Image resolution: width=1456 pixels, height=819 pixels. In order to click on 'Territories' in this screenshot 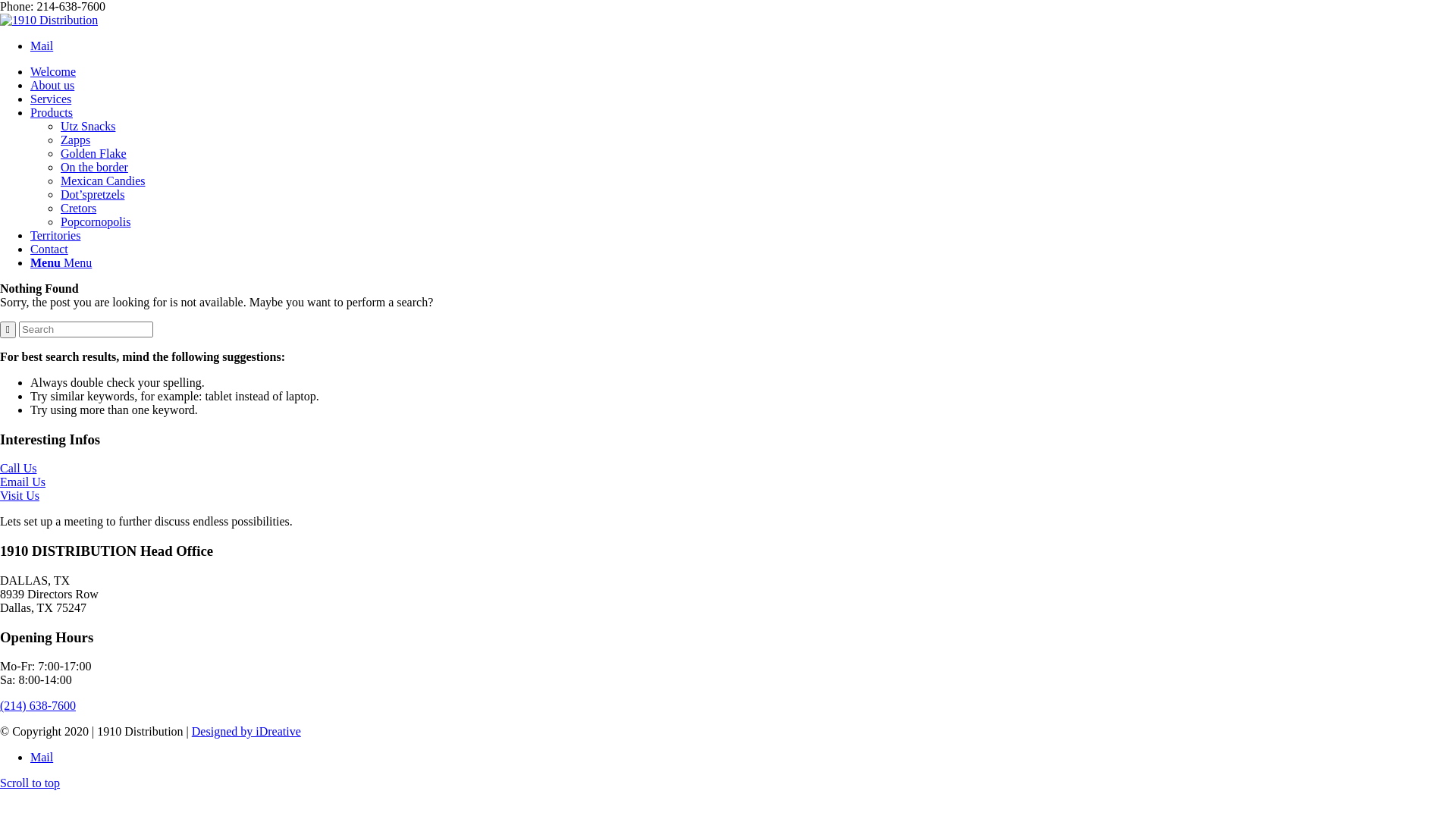, I will do `click(55, 235)`.